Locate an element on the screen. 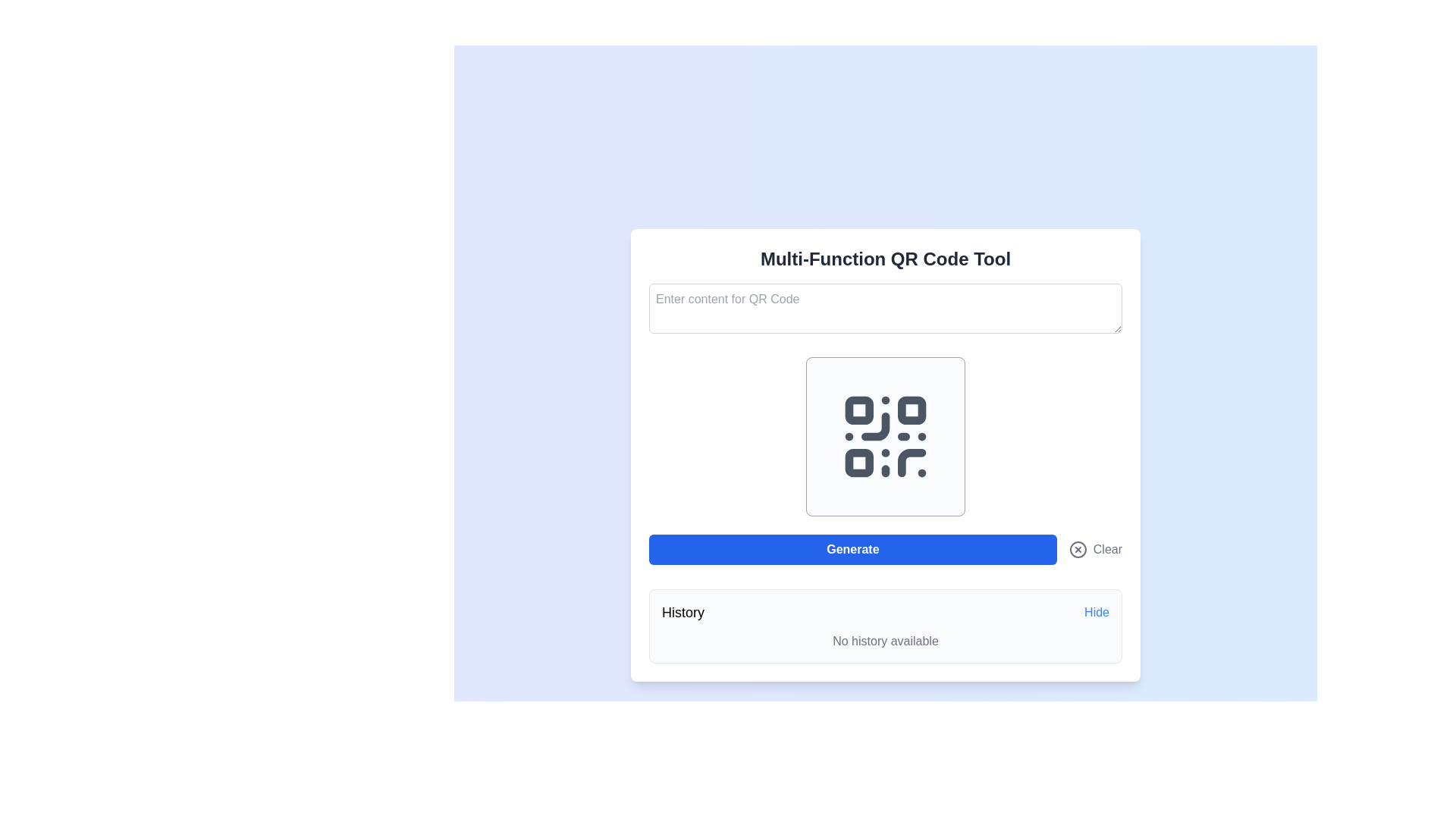 Image resolution: width=1456 pixels, height=819 pixels. the Icon component that is part of a QR code-like design, located in the middle right quadrant of the visual representation is located at coordinates (875, 426).